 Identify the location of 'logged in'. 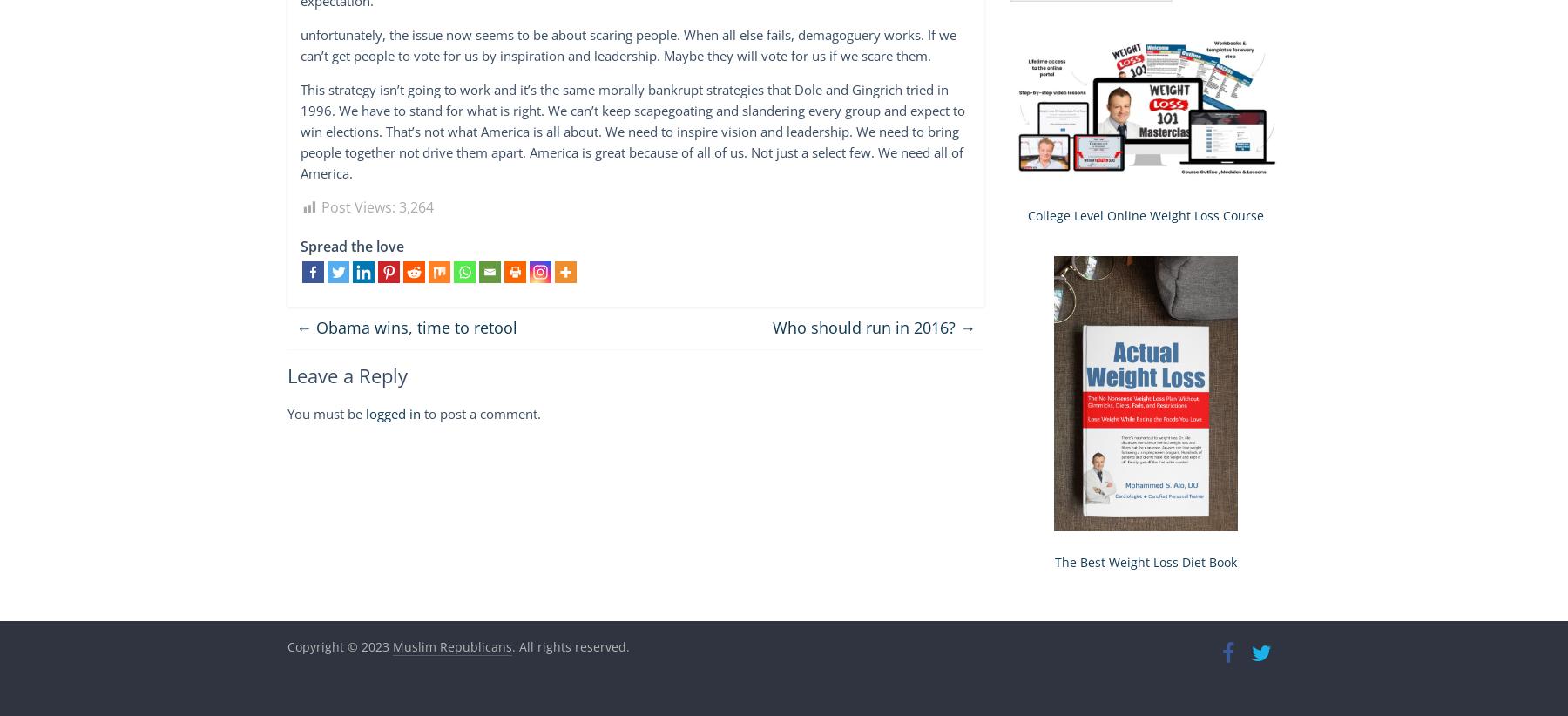
(392, 412).